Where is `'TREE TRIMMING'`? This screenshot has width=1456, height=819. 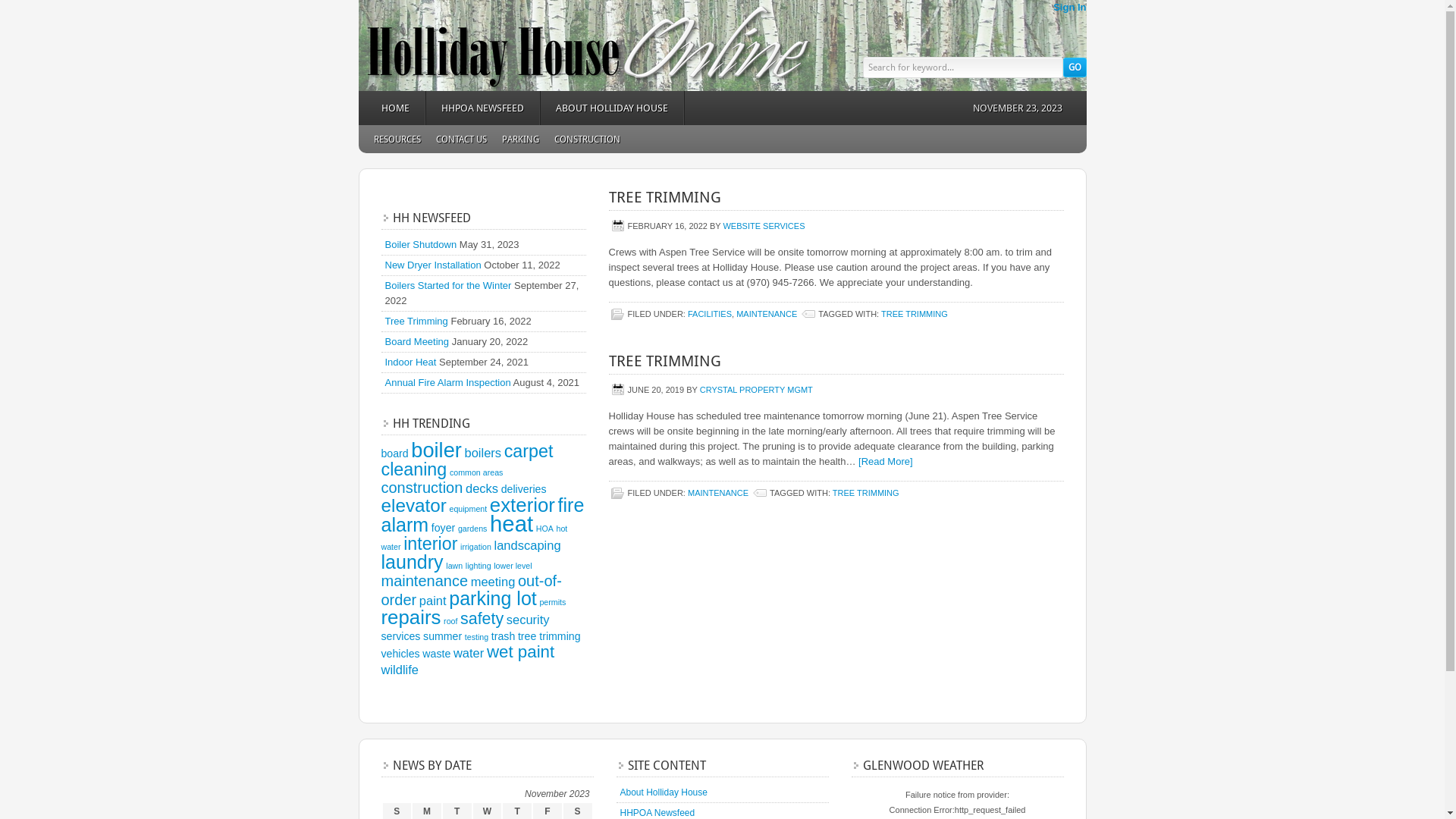 'TREE TRIMMING' is located at coordinates (880, 312).